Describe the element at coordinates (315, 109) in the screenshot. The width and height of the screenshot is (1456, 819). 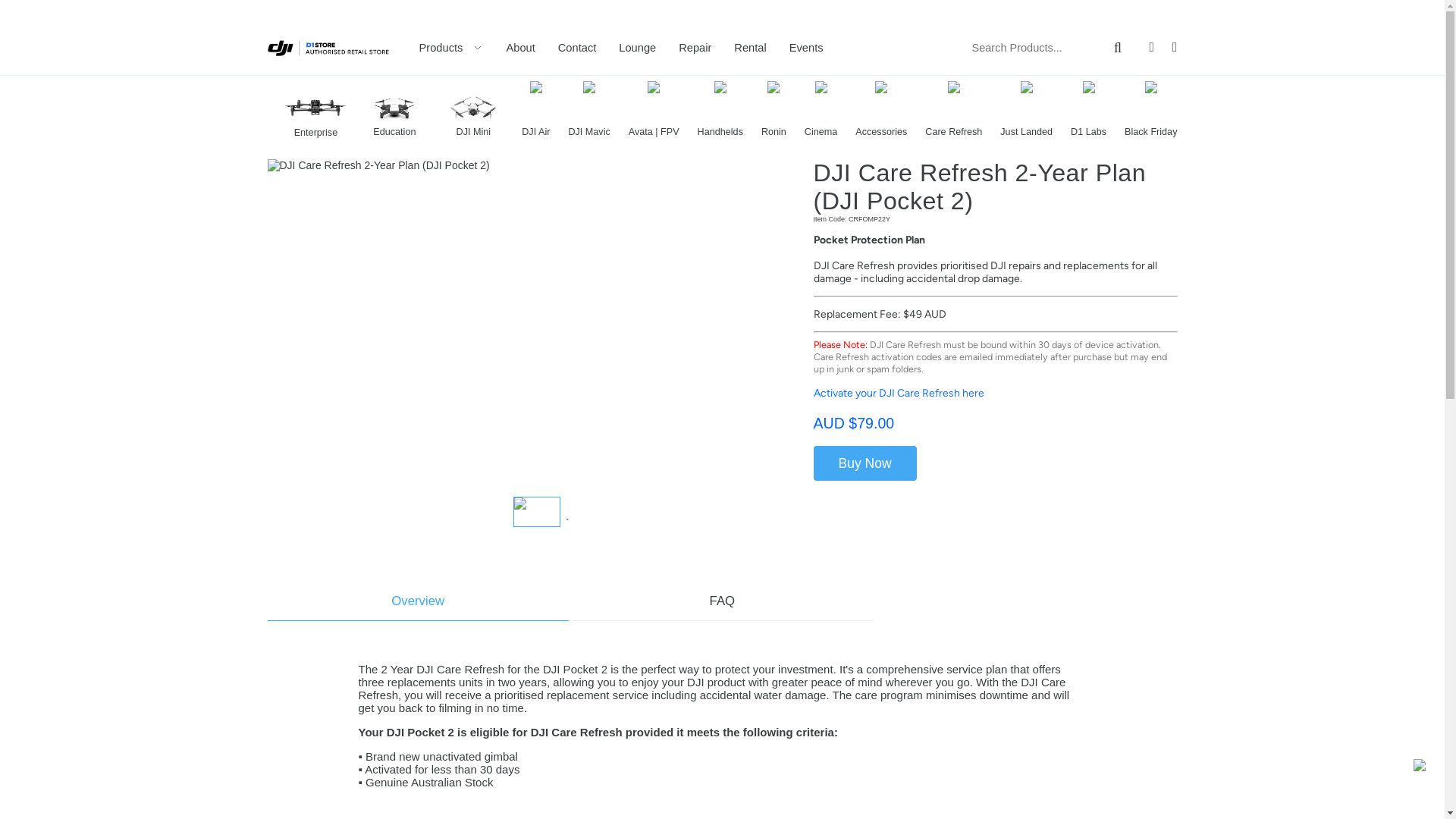
I see `'Enterprise'` at that location.